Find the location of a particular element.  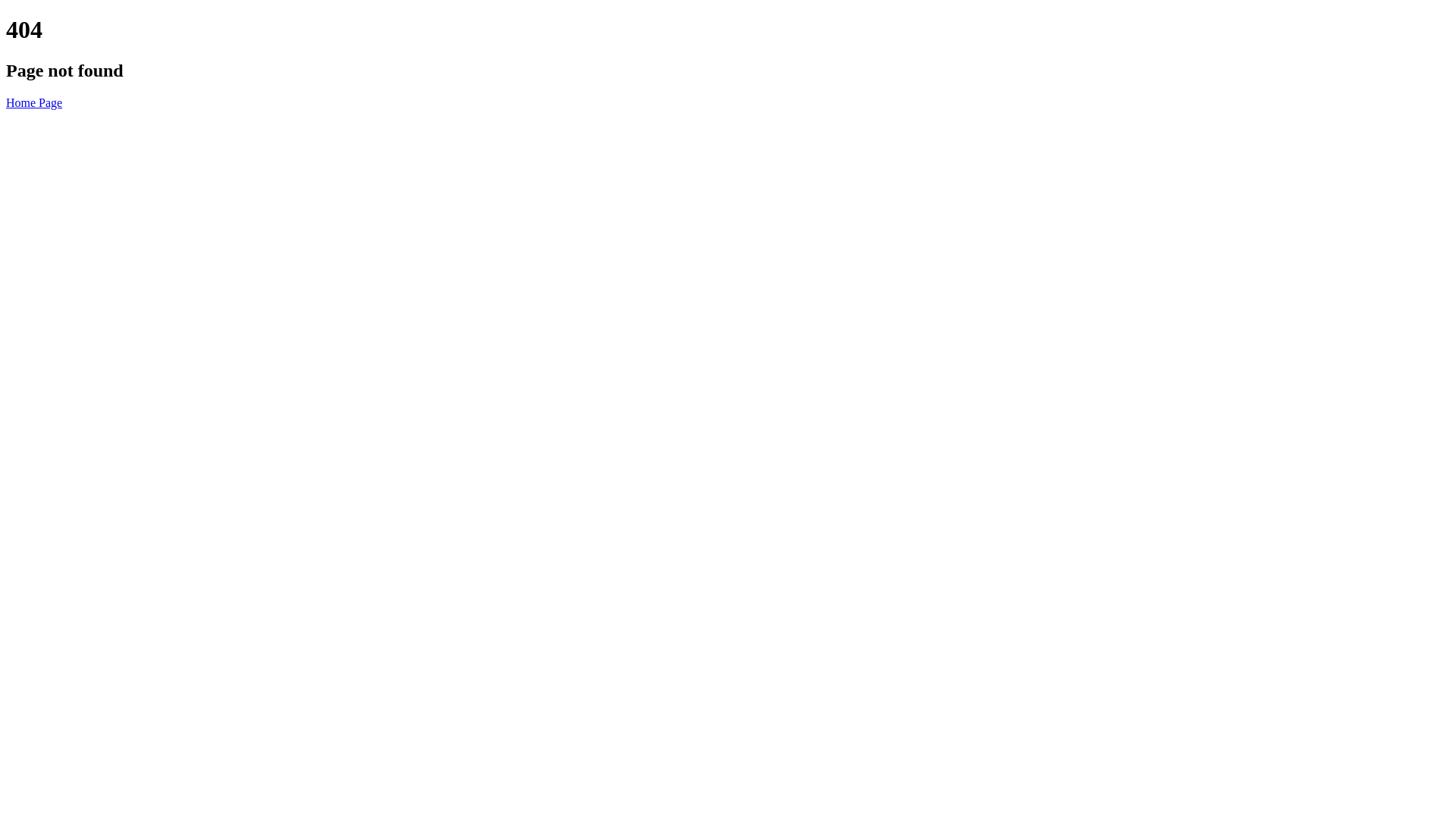

'Home Page' is located at coordinates (6, 102).